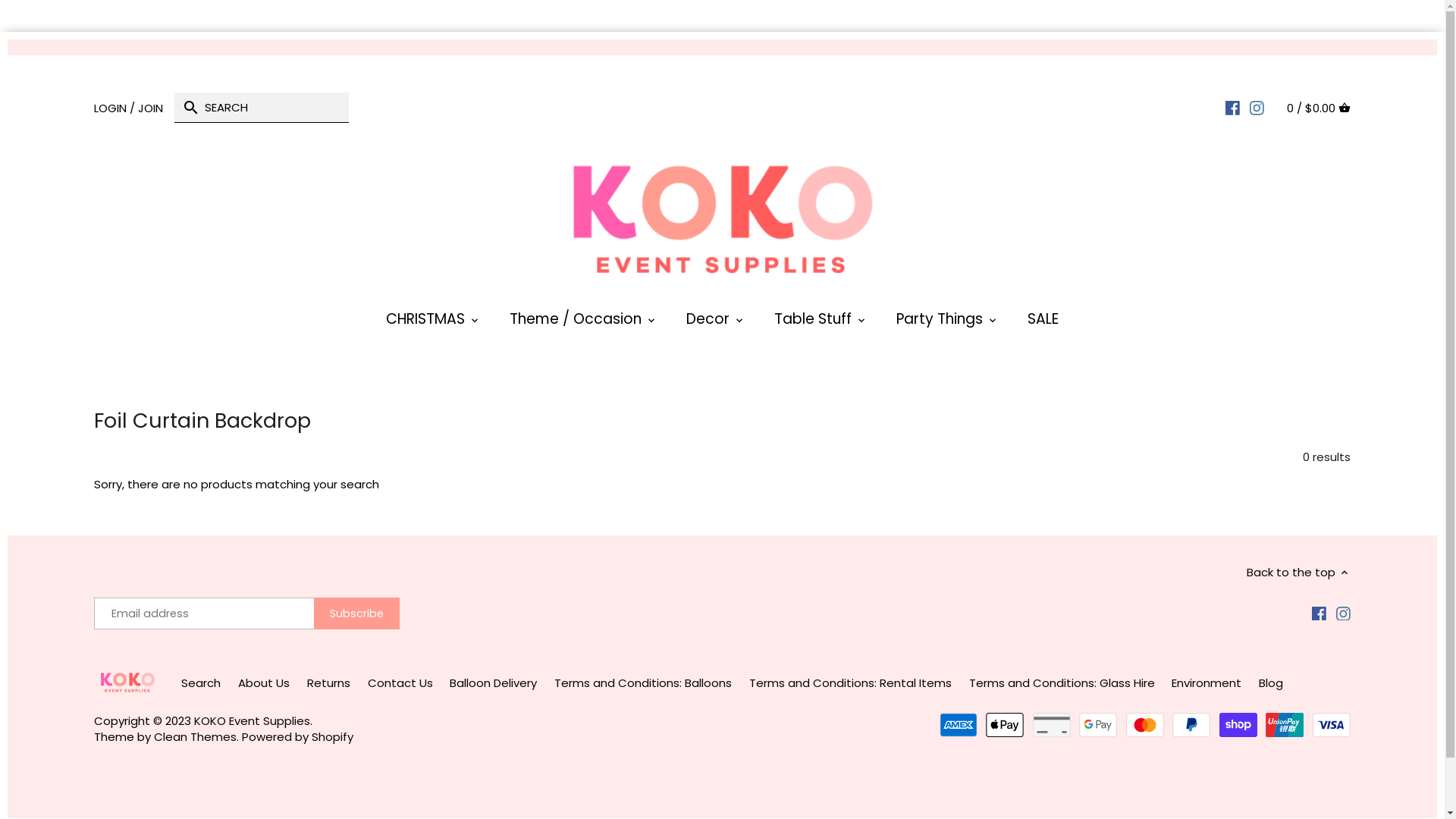 The image size is (1456, 819). Describe the element at coordinates (881, 322) in the screenshot. I see `'Party Things'` at that location.